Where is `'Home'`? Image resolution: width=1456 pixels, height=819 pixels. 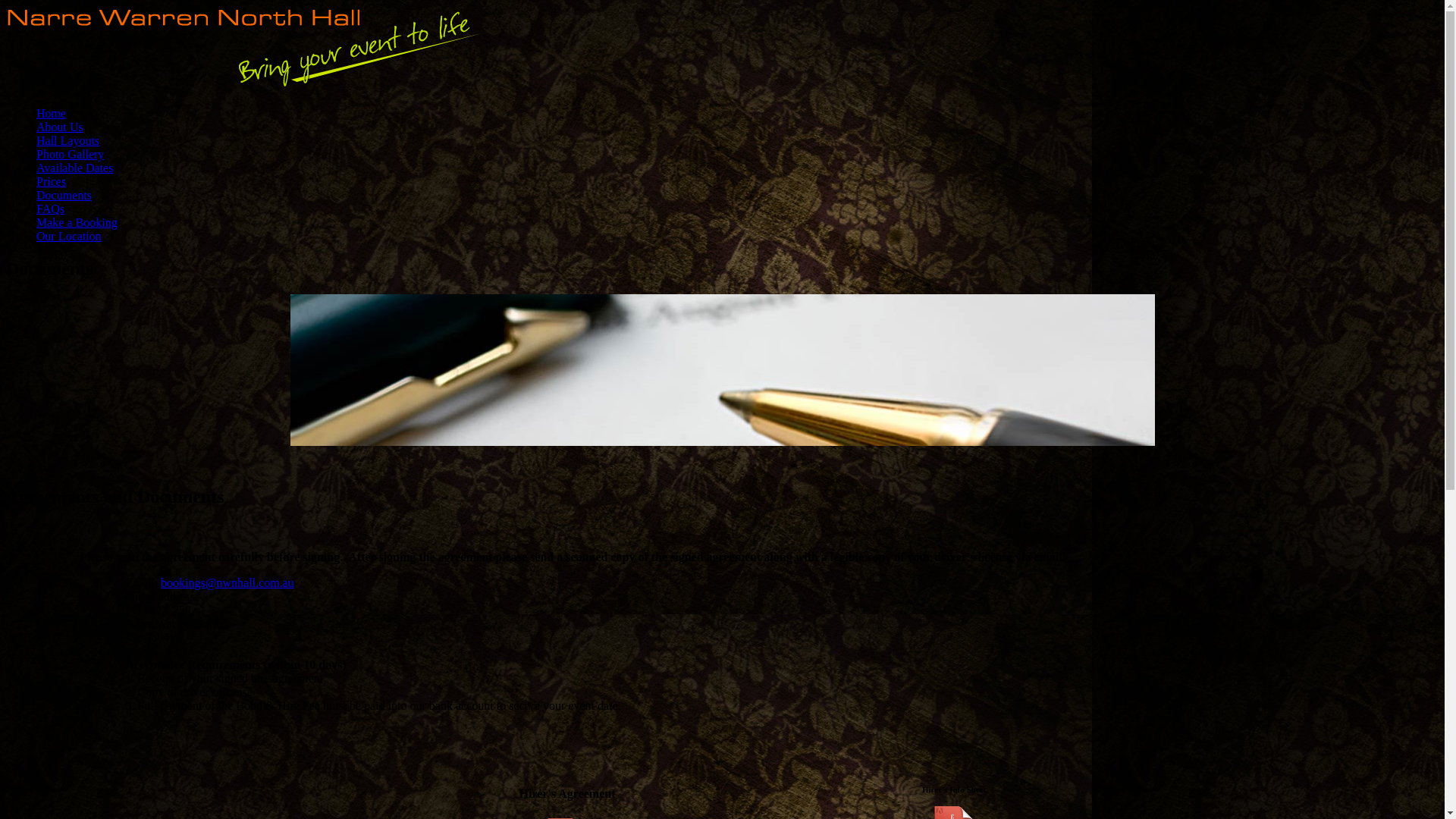 'Home' is located at coordinates (51, 112).